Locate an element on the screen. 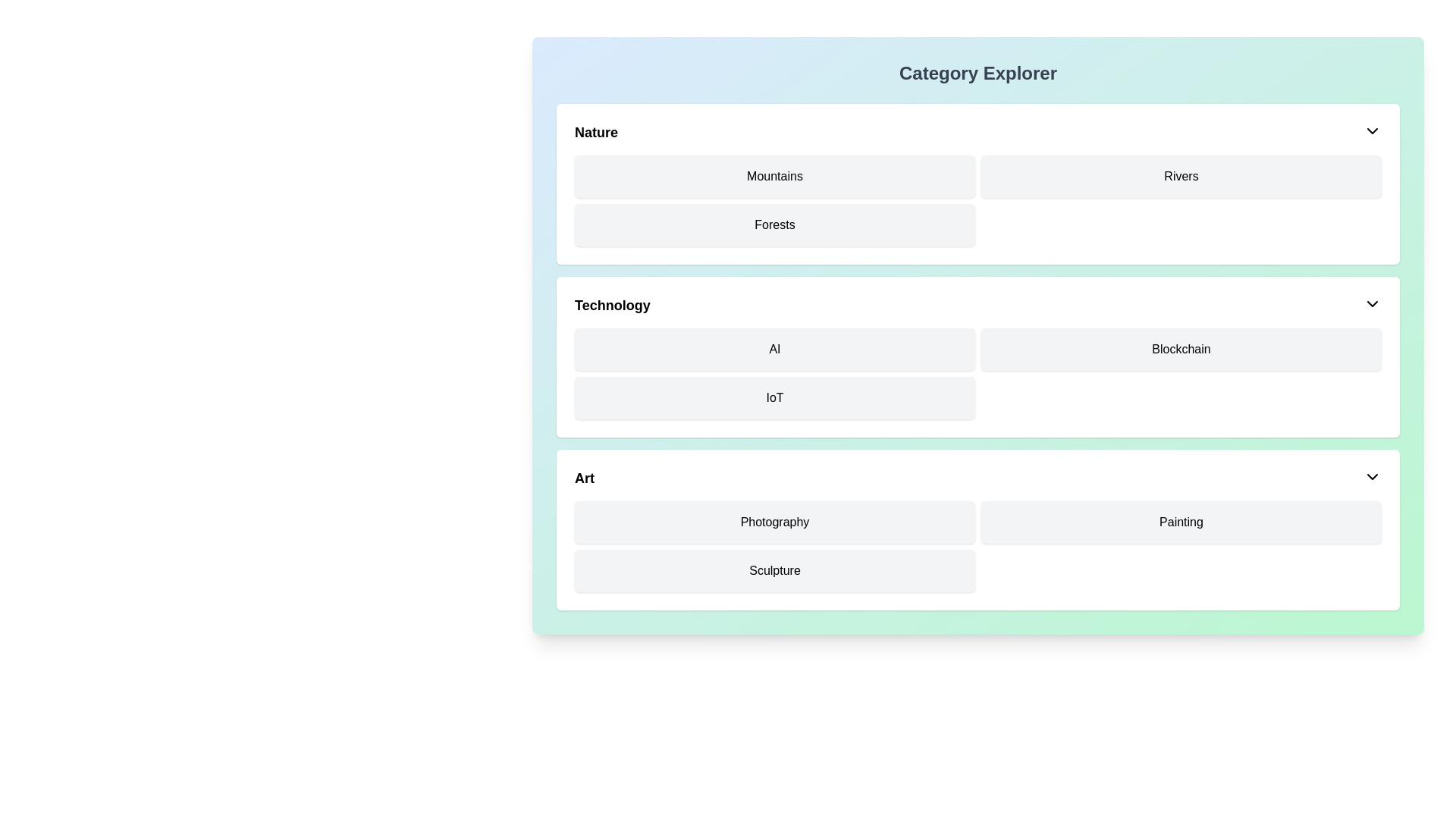 The height and width of the screenshot is (819, 1456). the 'IoT' text label, which is a bold font label with a light gray background and rounded corners, located in the second row under the 'Technology' section, centered below the 'AI' button and next to the 'Blockchain' button is located at coordinates (775, 397).